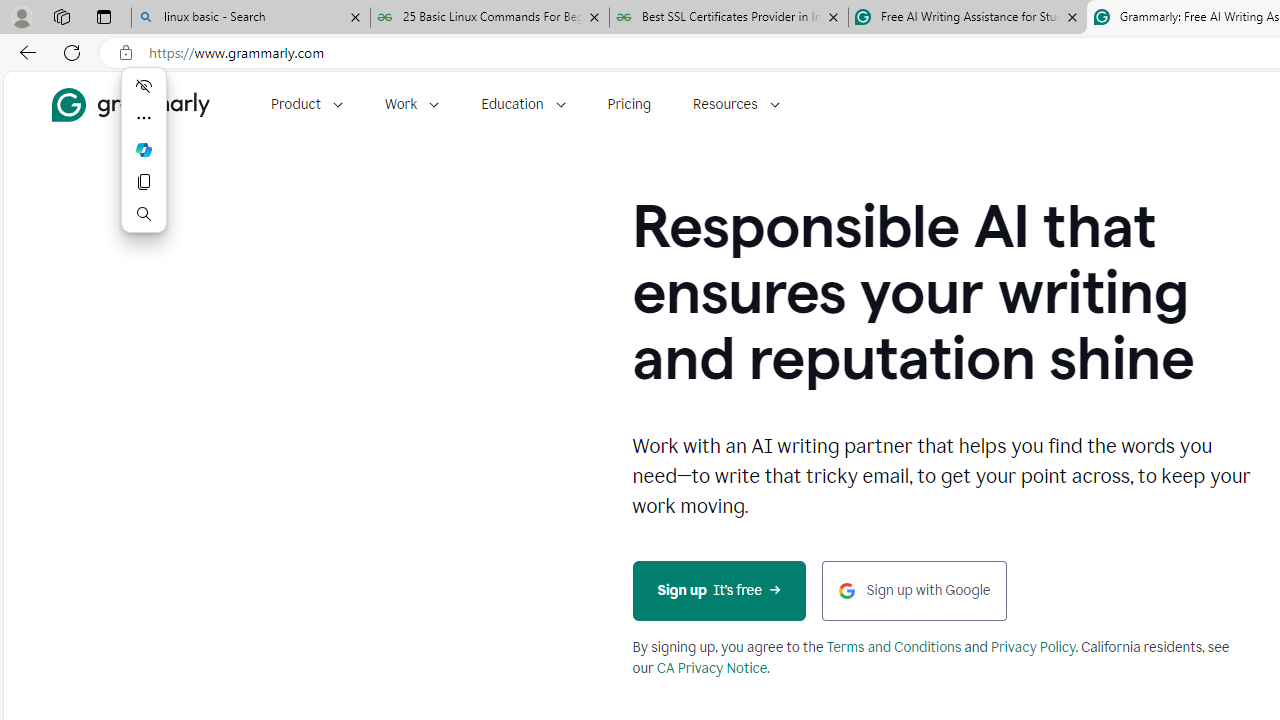 Image resolution: width=1280 pixels, height=720 pixels. I want to click on 'Sign up with Google', so click(913, 589).